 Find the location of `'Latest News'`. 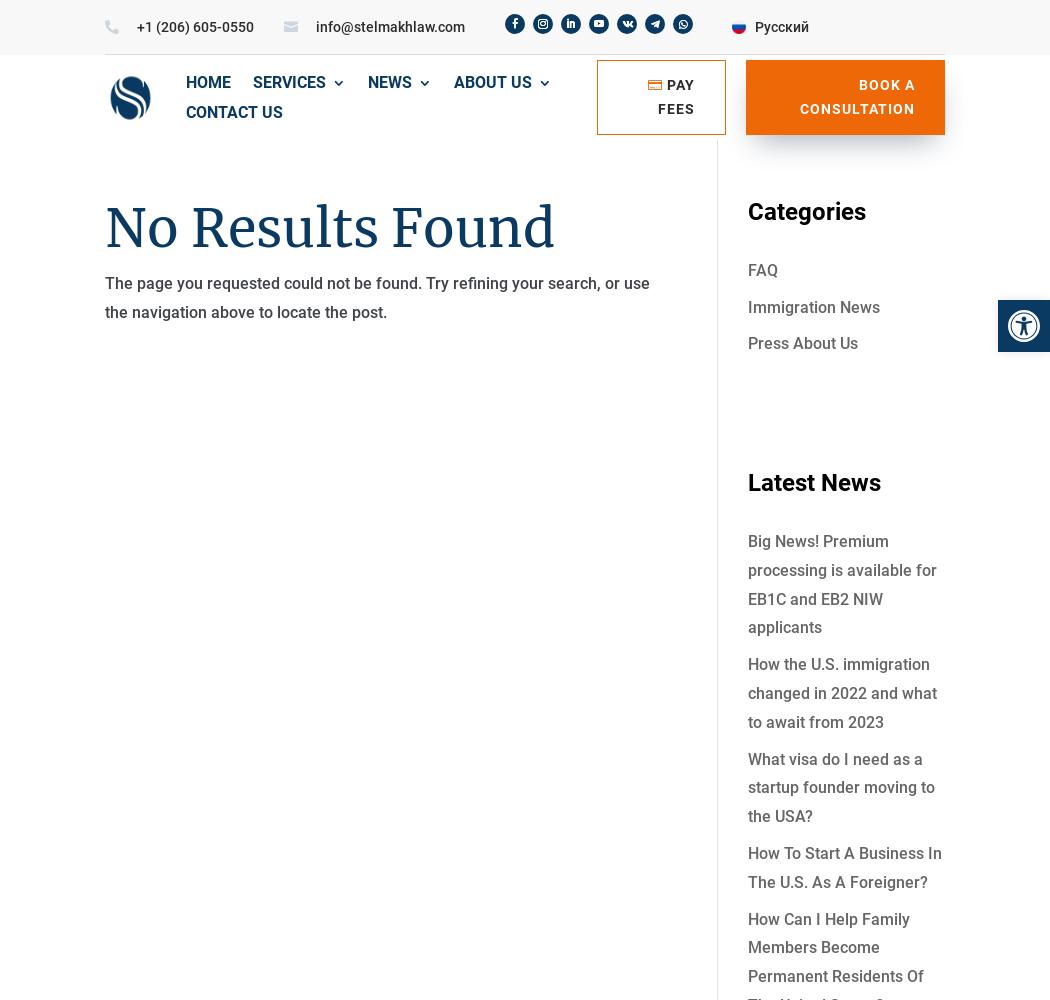

'Latest News' is located at coordinates (813, 482).